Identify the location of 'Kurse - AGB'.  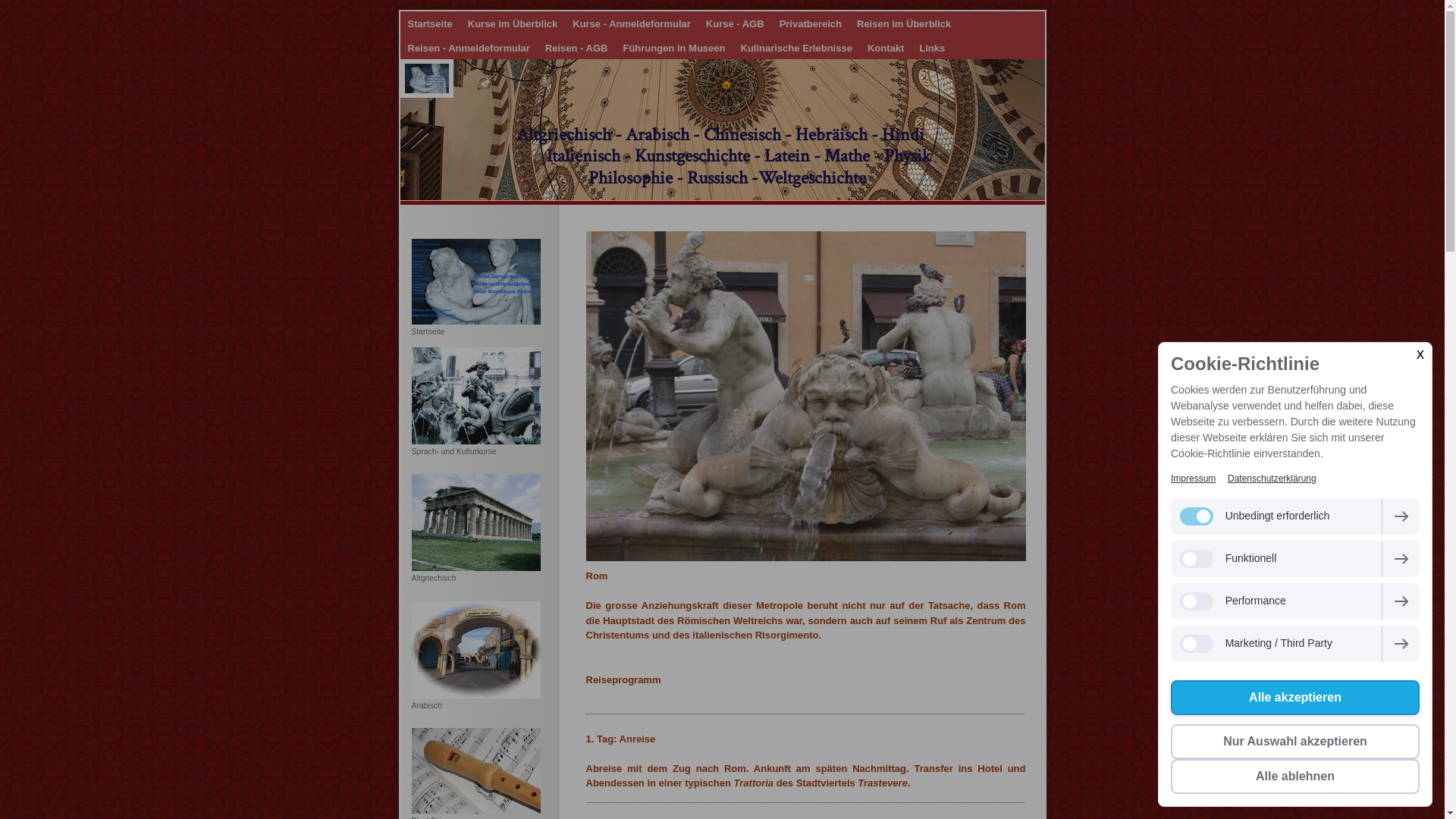
(735, 24).